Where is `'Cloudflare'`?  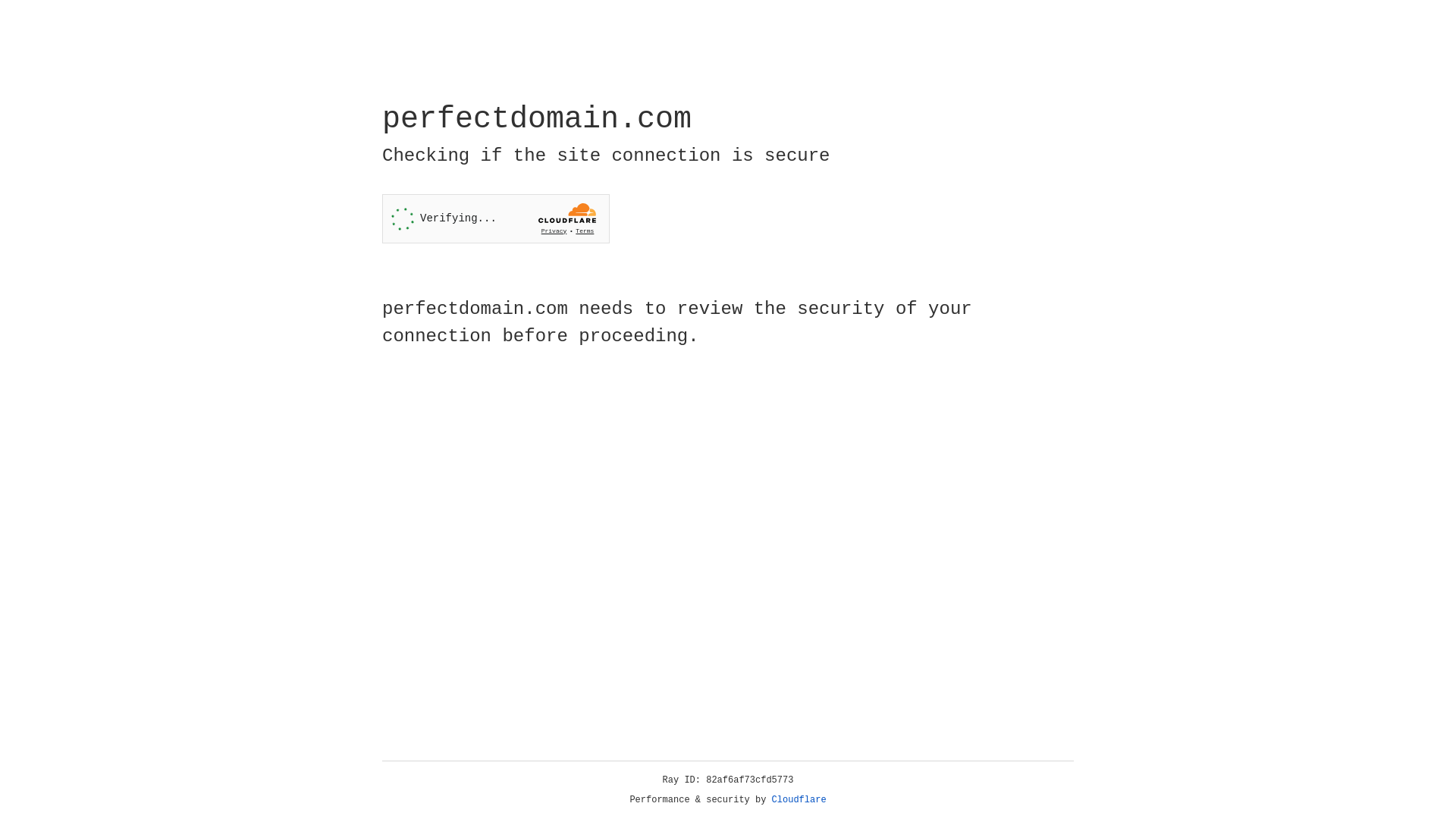
'Cloudflare' is located at coordinates (799, 799).